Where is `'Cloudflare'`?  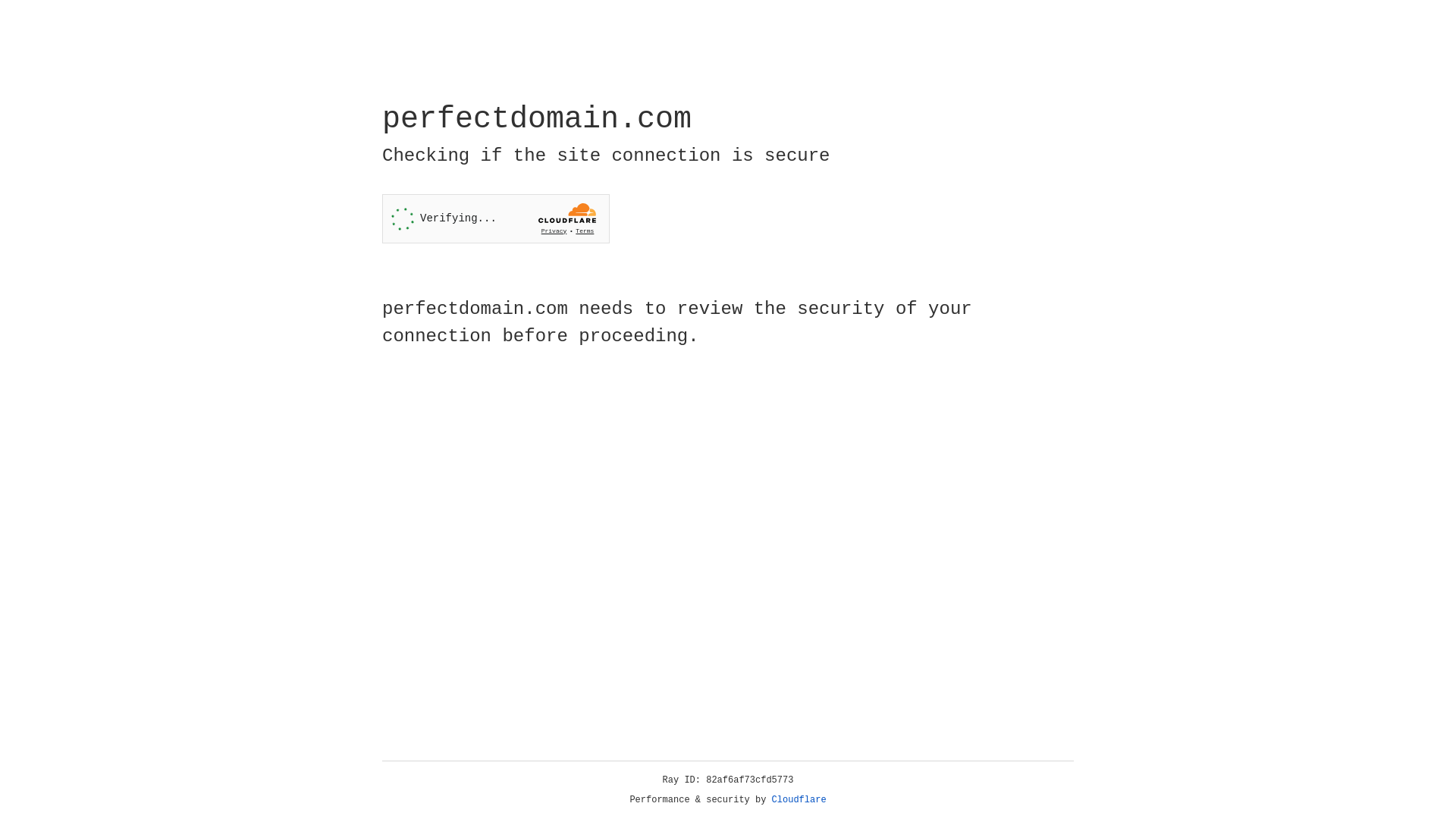
'Cloudflare' is located at coordinates (799, 799).